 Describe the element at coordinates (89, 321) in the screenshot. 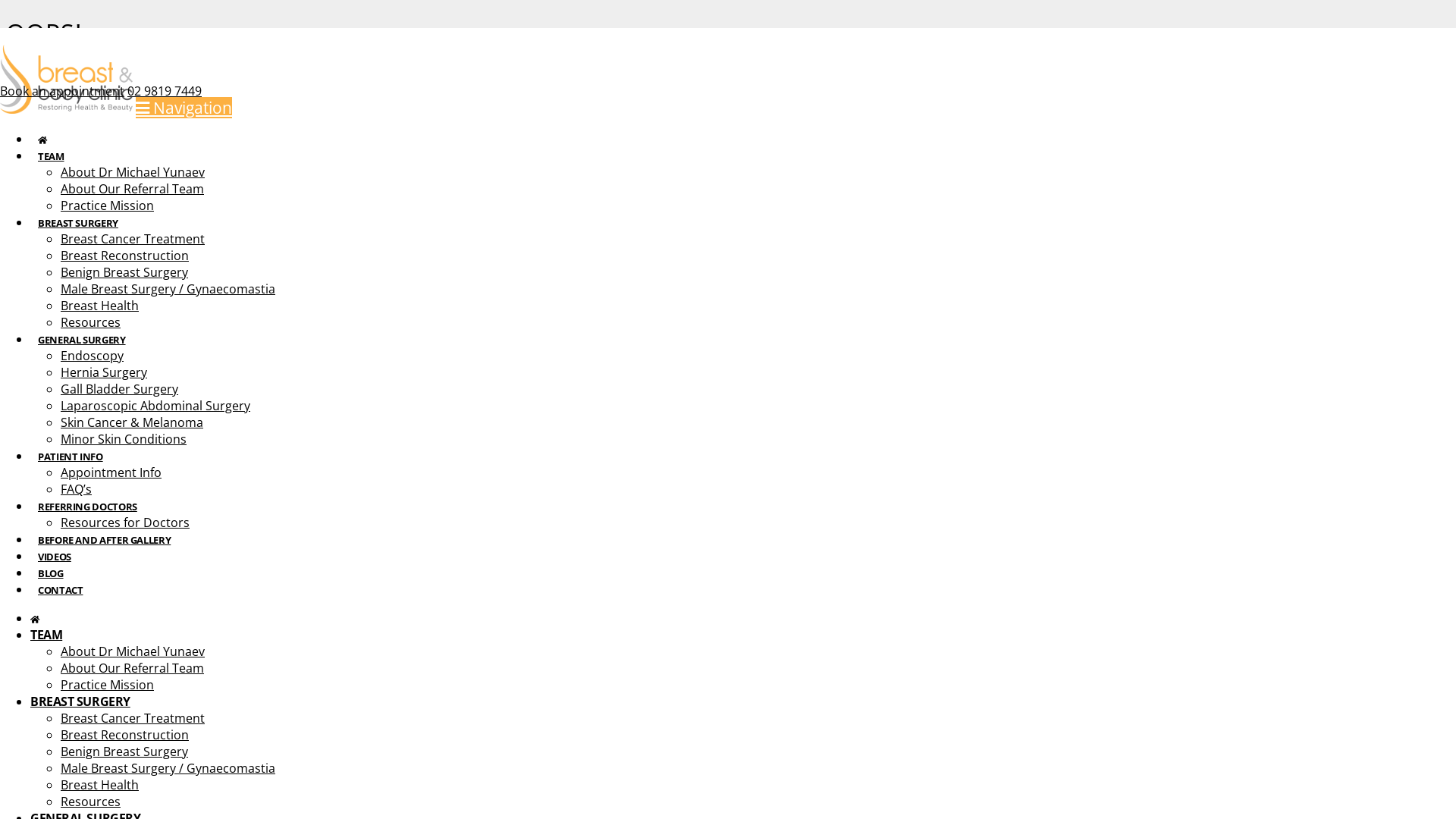

I see `'Resources'` at that location.